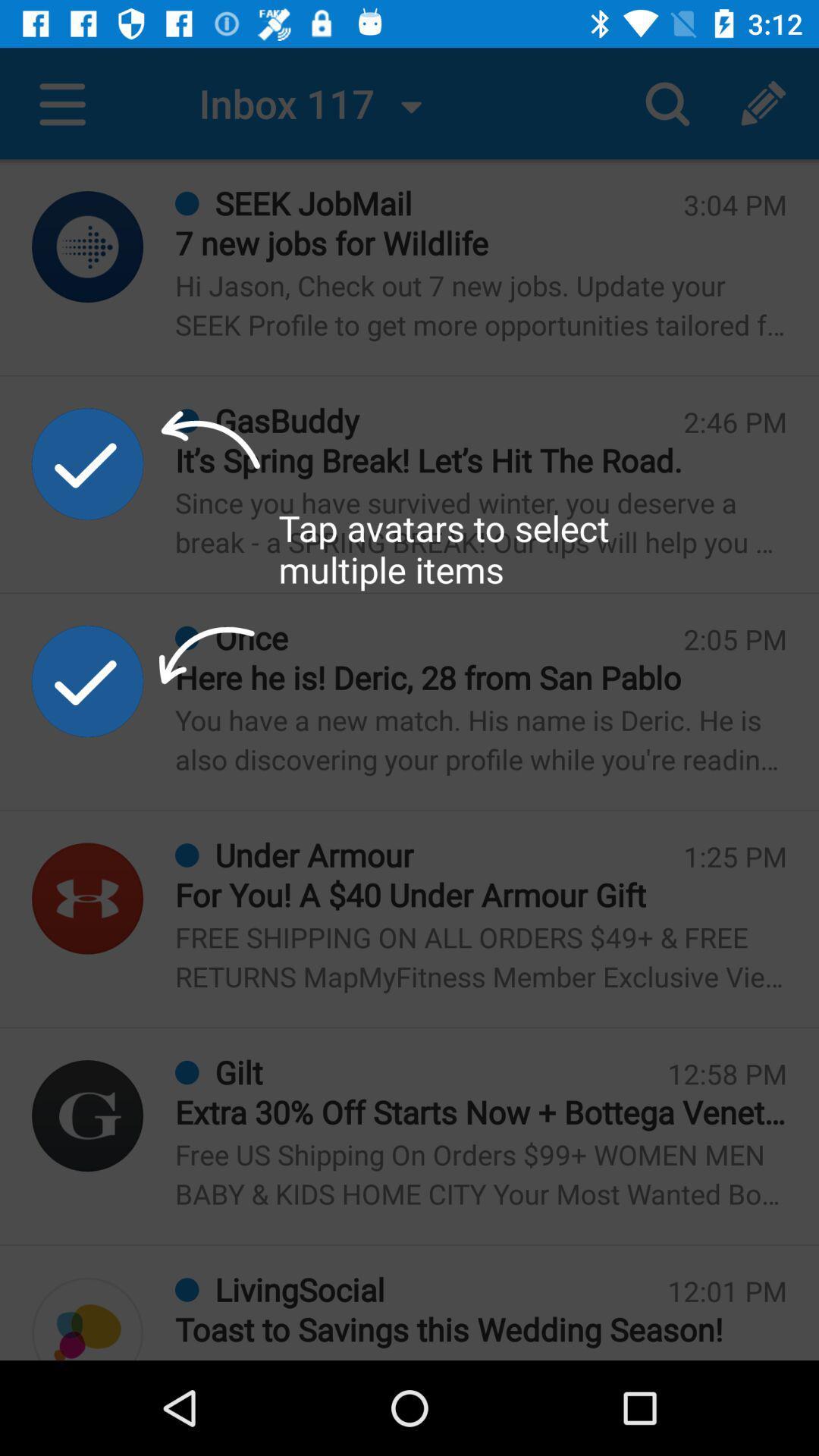  I want to click on advertisement, so click(87, 1116).